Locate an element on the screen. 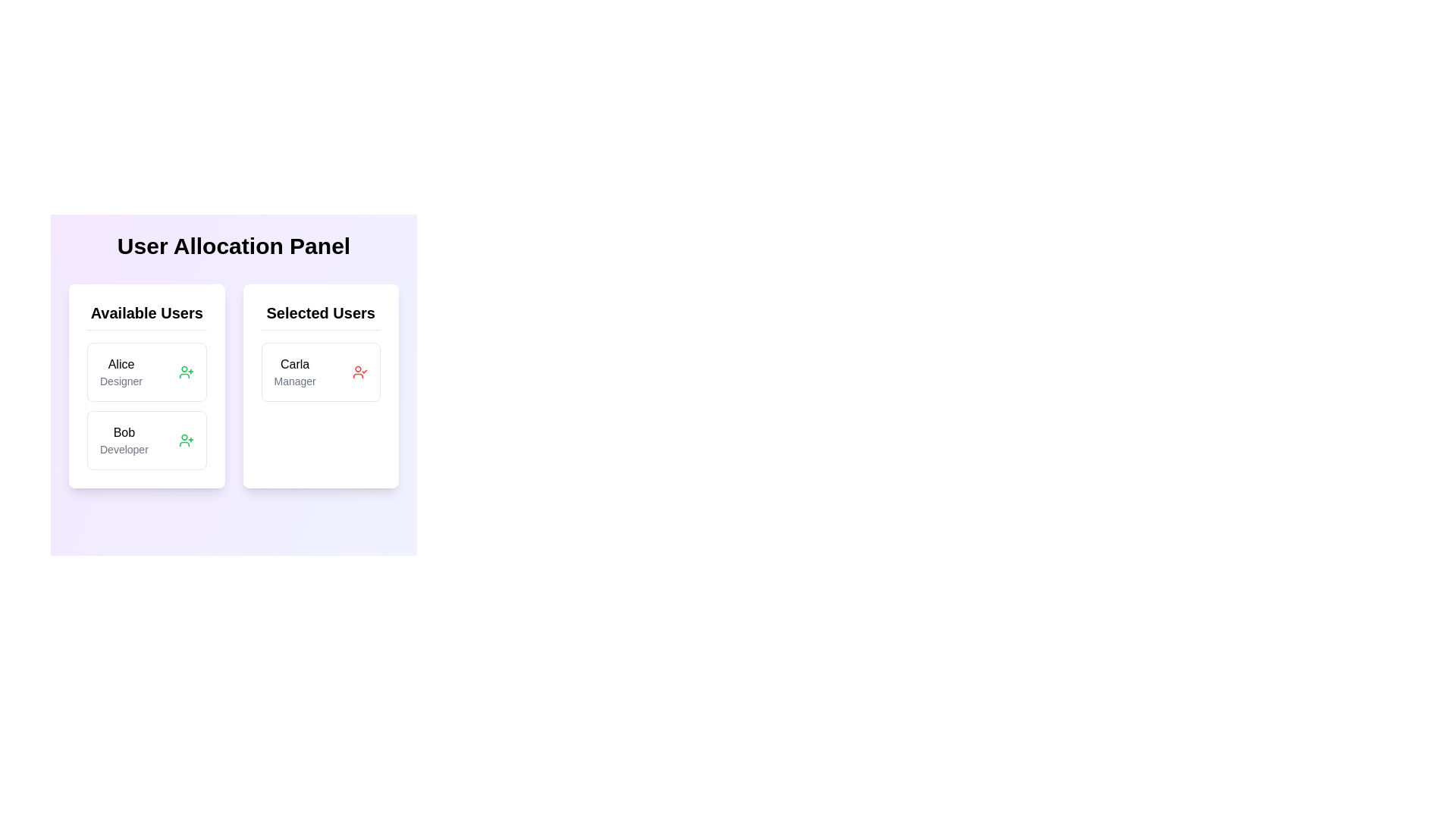 This screenshot has height=819, width=1456. the text label displaying 'Designer', which is styled in gray and located beneath 'Alice' in the 'Available Users' panel is located at coordinates (120, 380).